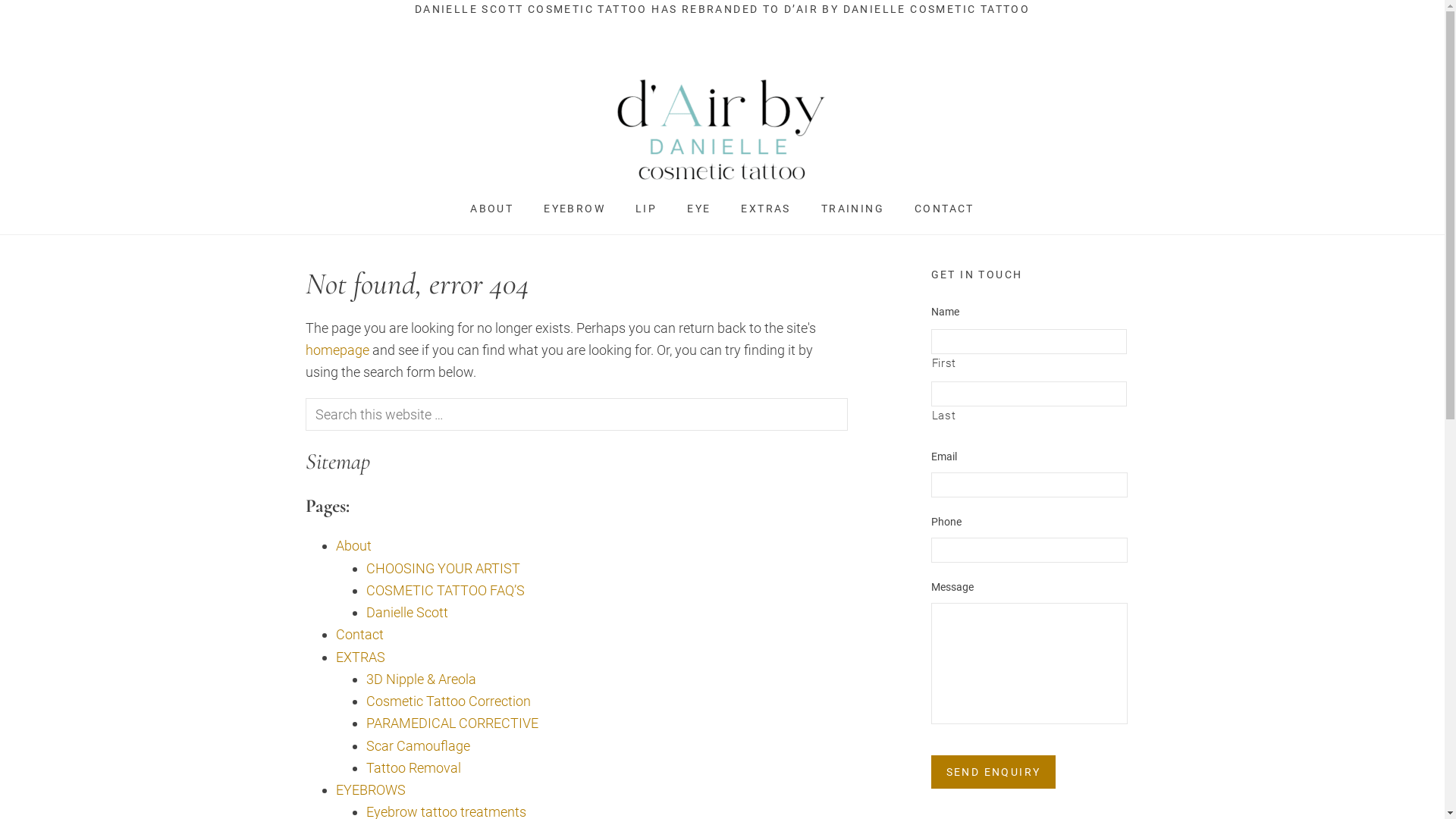  What do you see at coordinates (336, 350) in the screenshot?
I see `'homepage'` at bounding box center [336, 350].